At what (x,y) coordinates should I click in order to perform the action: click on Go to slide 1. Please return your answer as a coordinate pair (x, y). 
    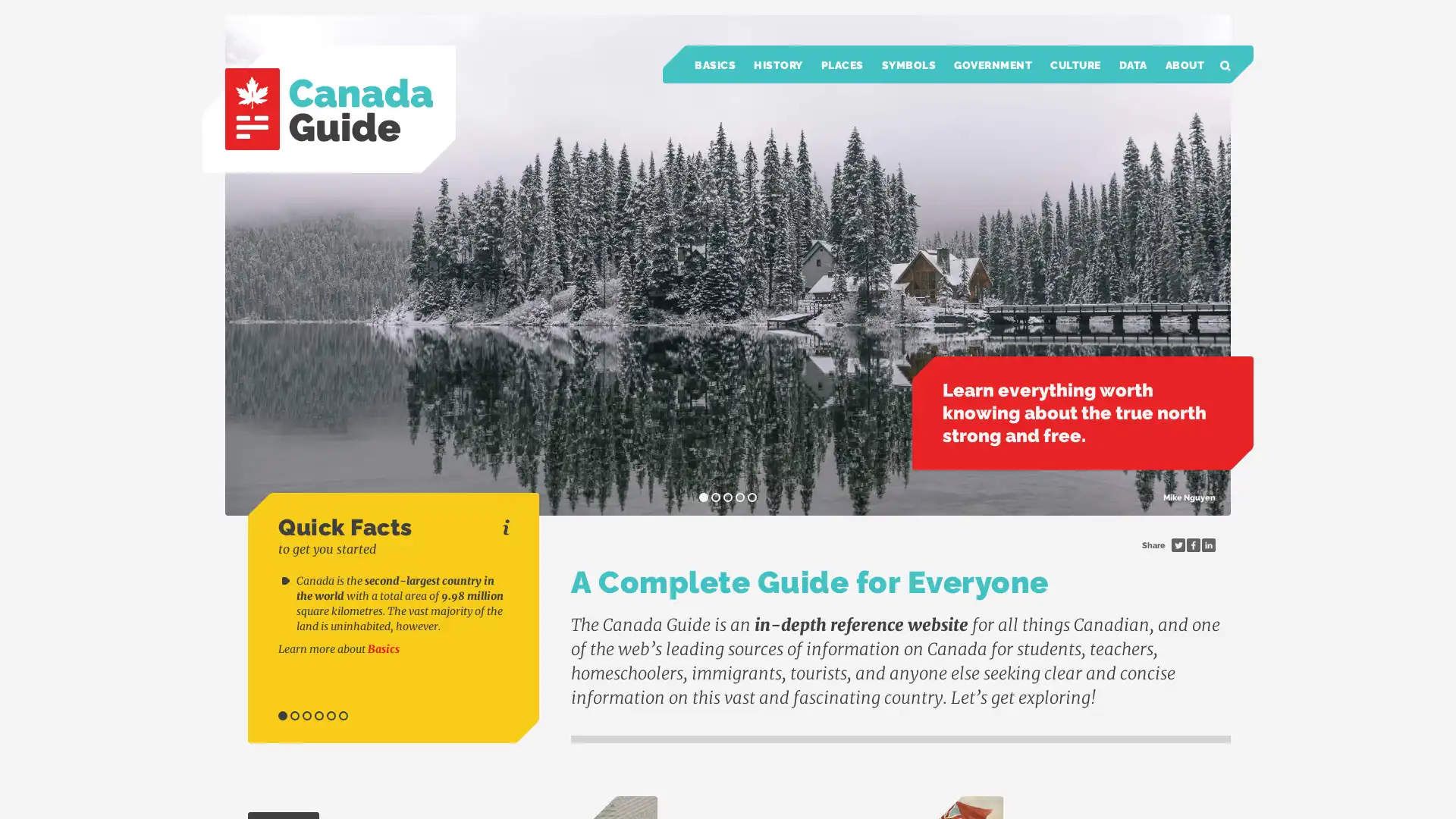
    Looking at the image, I should click on (283, 716).